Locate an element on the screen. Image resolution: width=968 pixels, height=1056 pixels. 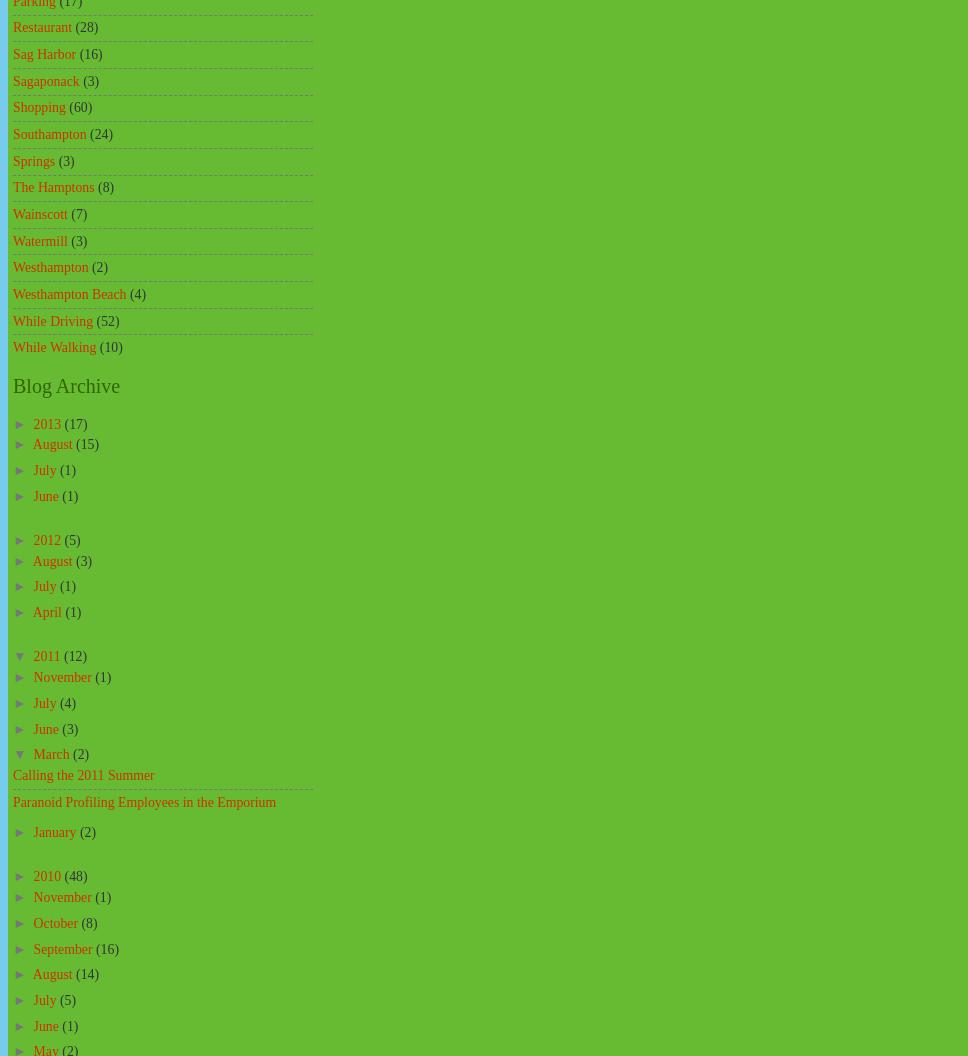
'Wainscott' is located at coordinates (39, 213).